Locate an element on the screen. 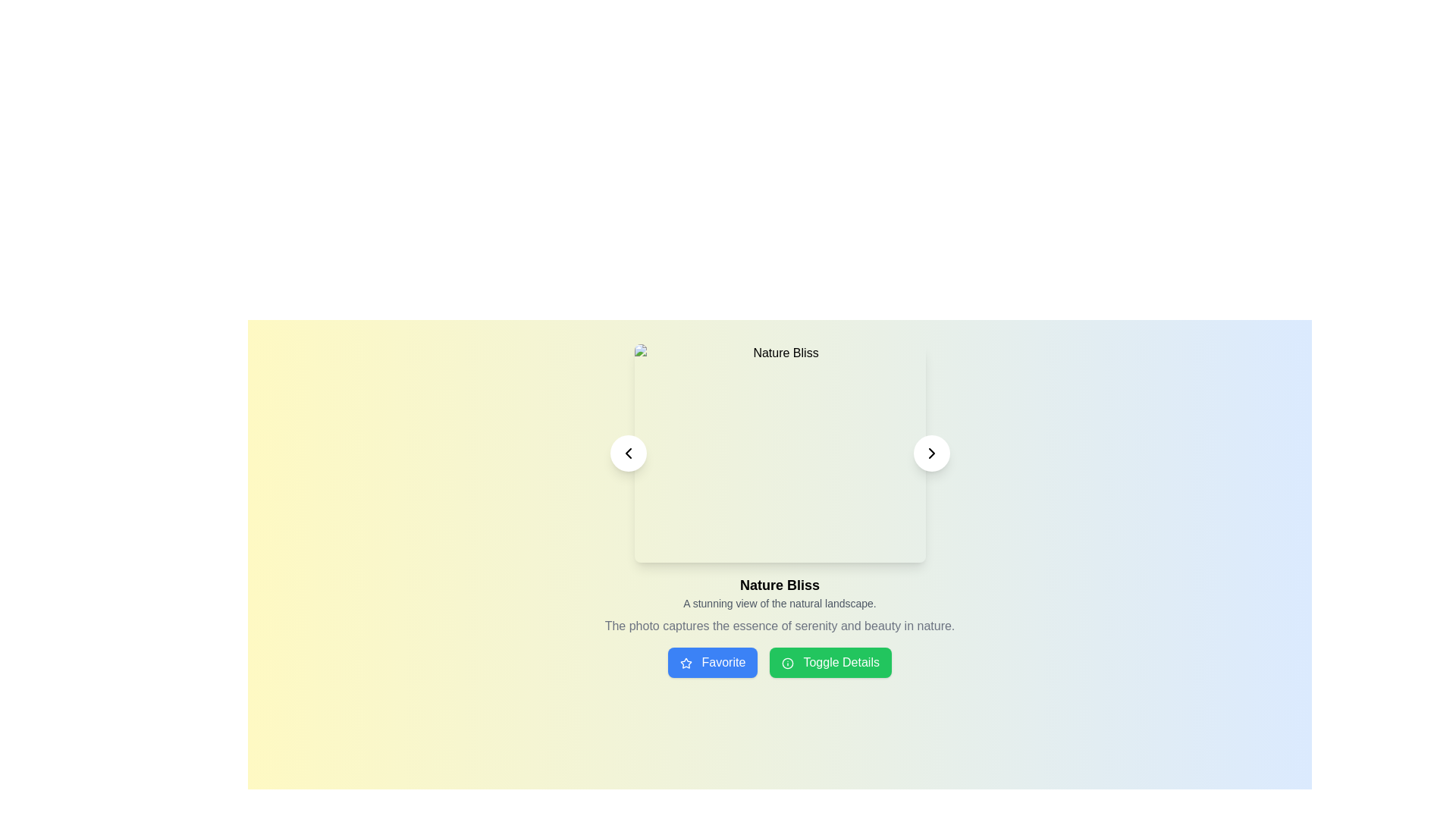 This screenshot has height=819, width=1456. the circular SVG graphical element that is part of the information icon, located near the top-left section of the interface is located at coordinates (788, 662).